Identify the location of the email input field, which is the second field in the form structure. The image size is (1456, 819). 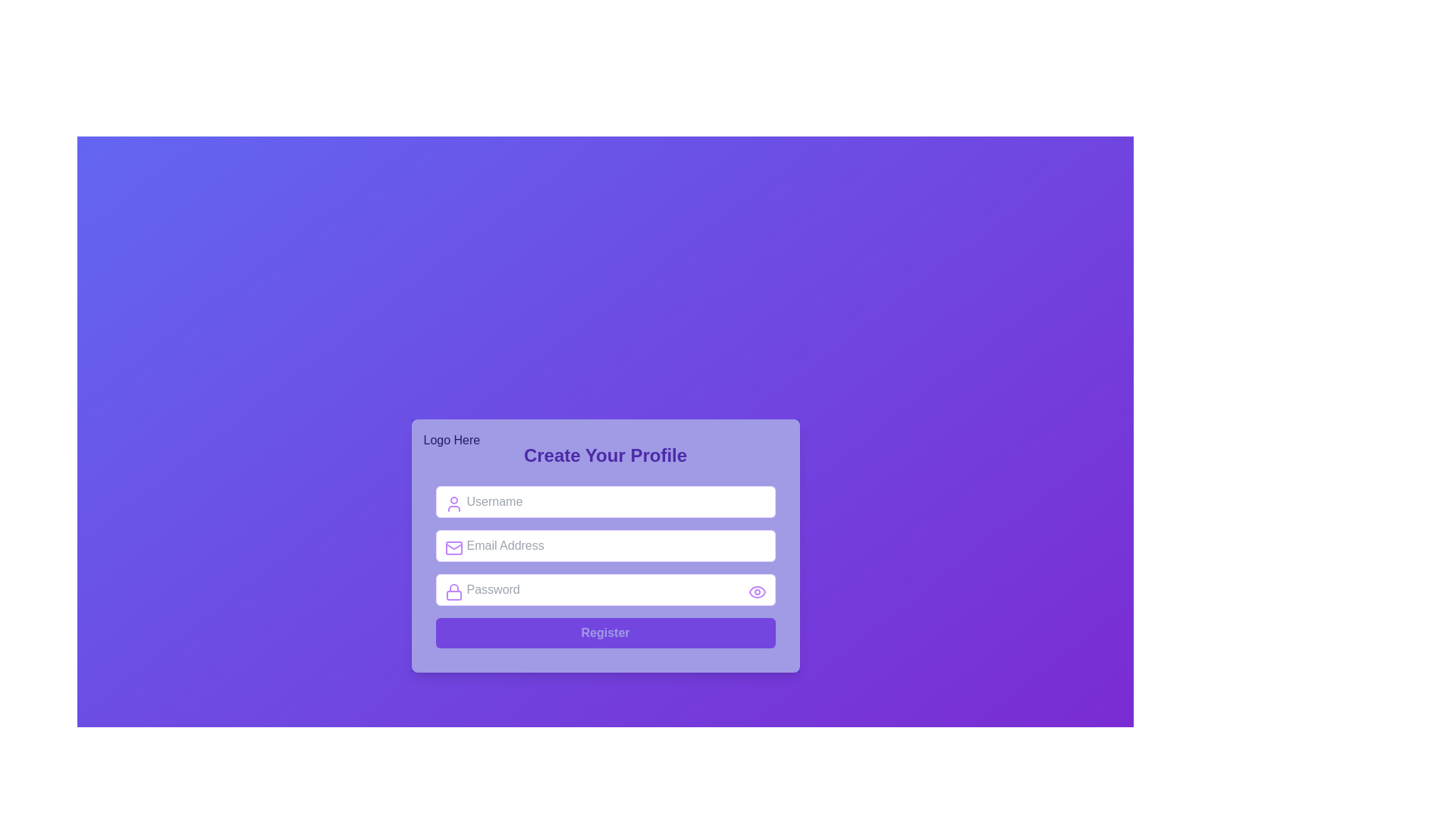
(604, 546).